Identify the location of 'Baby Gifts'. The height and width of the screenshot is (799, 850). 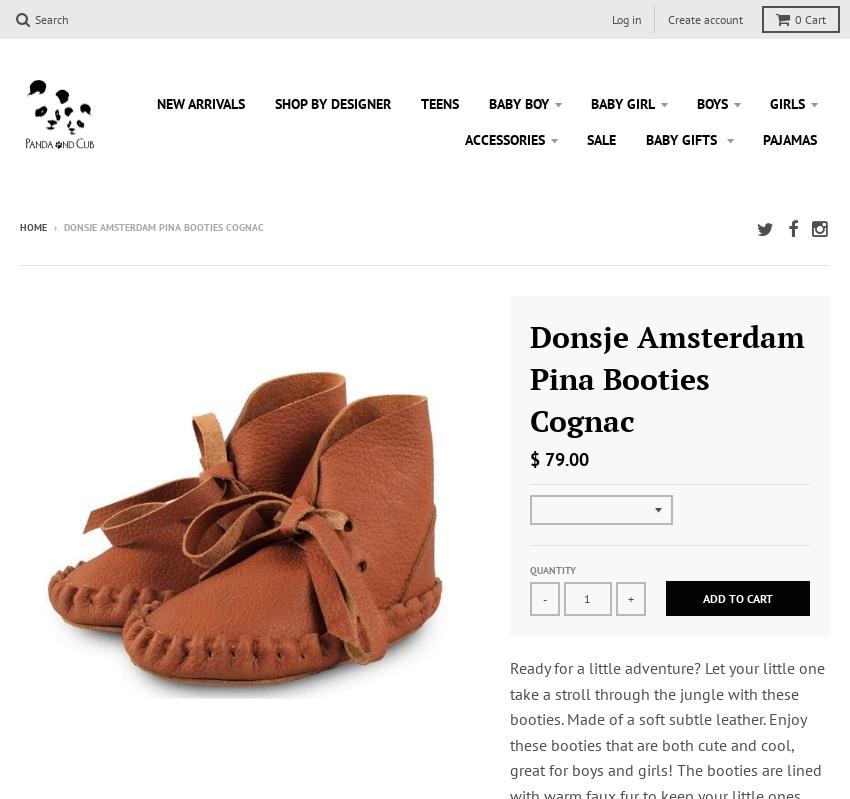
(682, 139).